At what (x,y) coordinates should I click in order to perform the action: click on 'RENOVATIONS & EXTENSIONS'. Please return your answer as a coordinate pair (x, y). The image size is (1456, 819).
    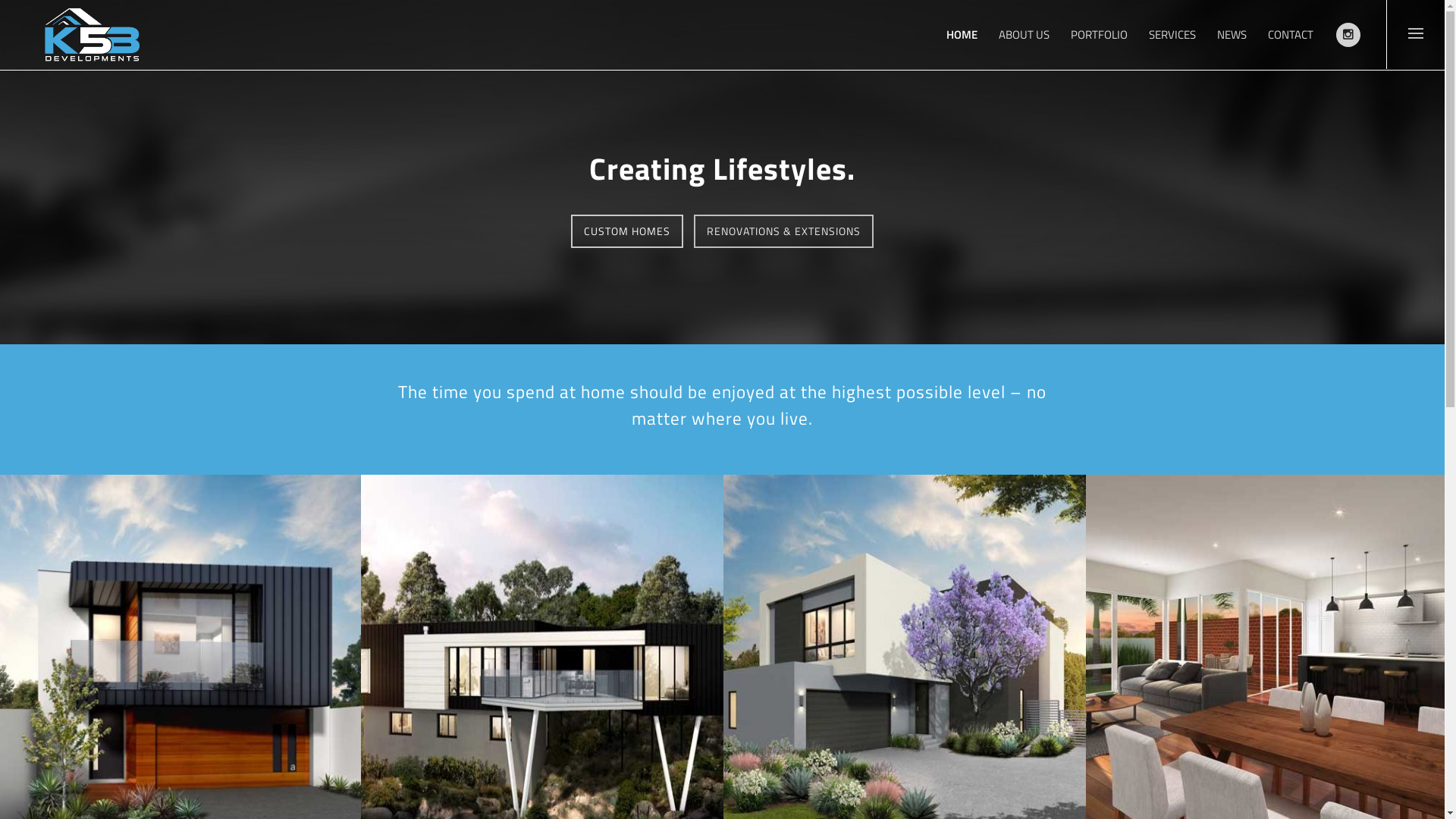
    Looking at the image, I should click on (783, 231).